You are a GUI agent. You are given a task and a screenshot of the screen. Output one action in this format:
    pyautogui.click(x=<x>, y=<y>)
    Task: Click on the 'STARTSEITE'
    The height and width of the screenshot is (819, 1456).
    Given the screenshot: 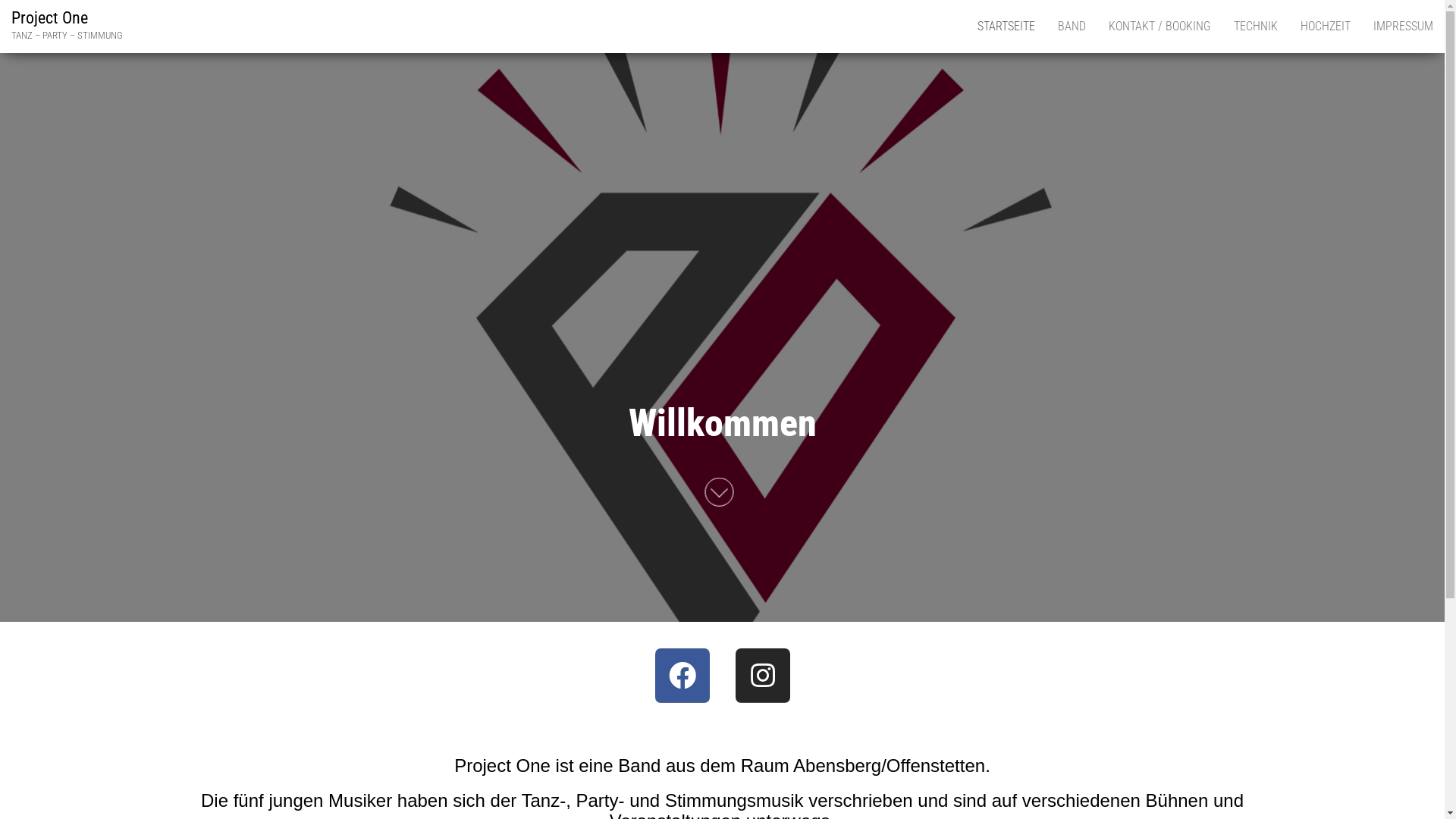 What is the action you would take?
    pyautogui.click(x=1006, y=26)
    